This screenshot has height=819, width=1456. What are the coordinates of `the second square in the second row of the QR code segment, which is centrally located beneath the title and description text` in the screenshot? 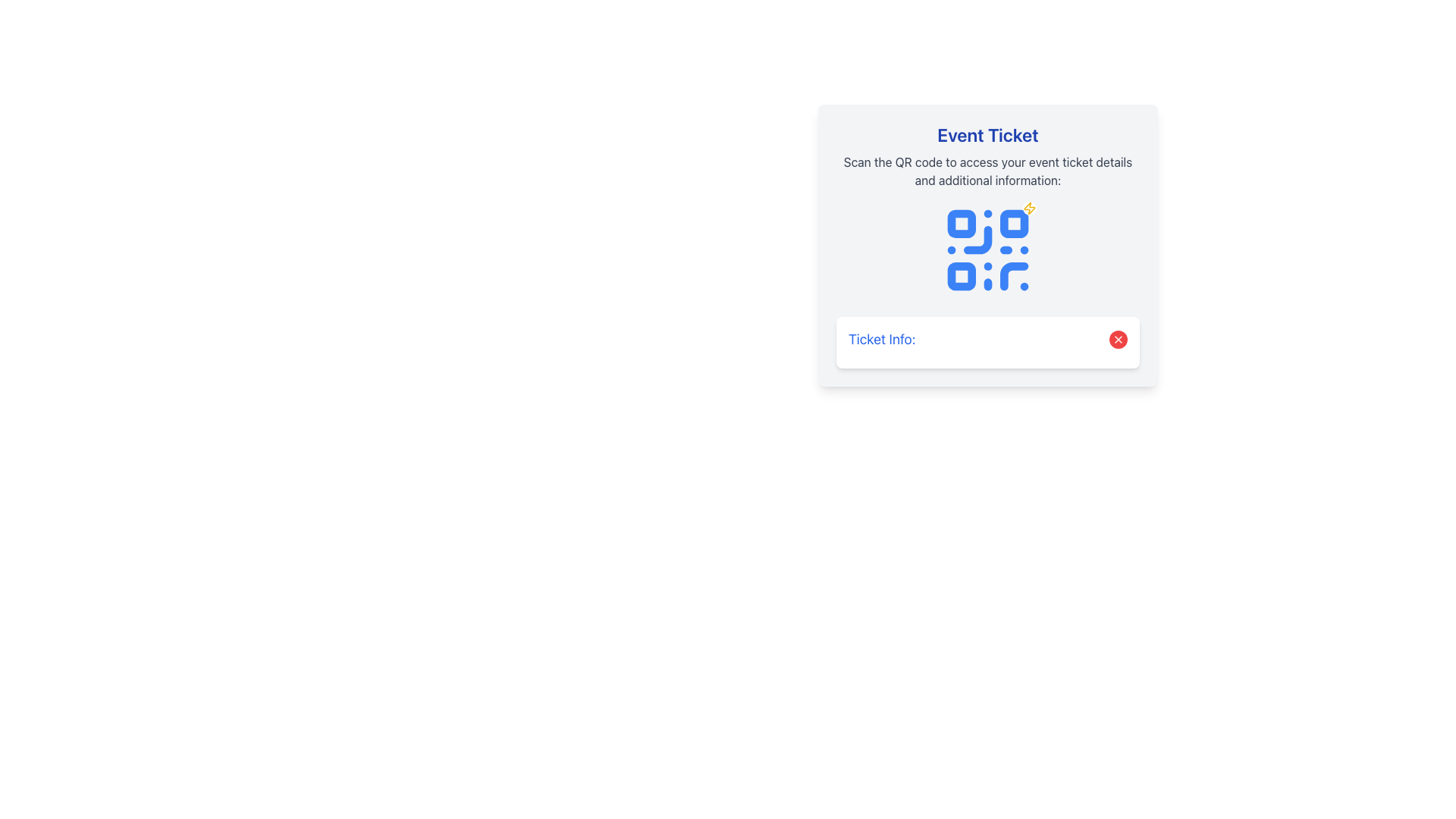 It's located at (1014, 224).